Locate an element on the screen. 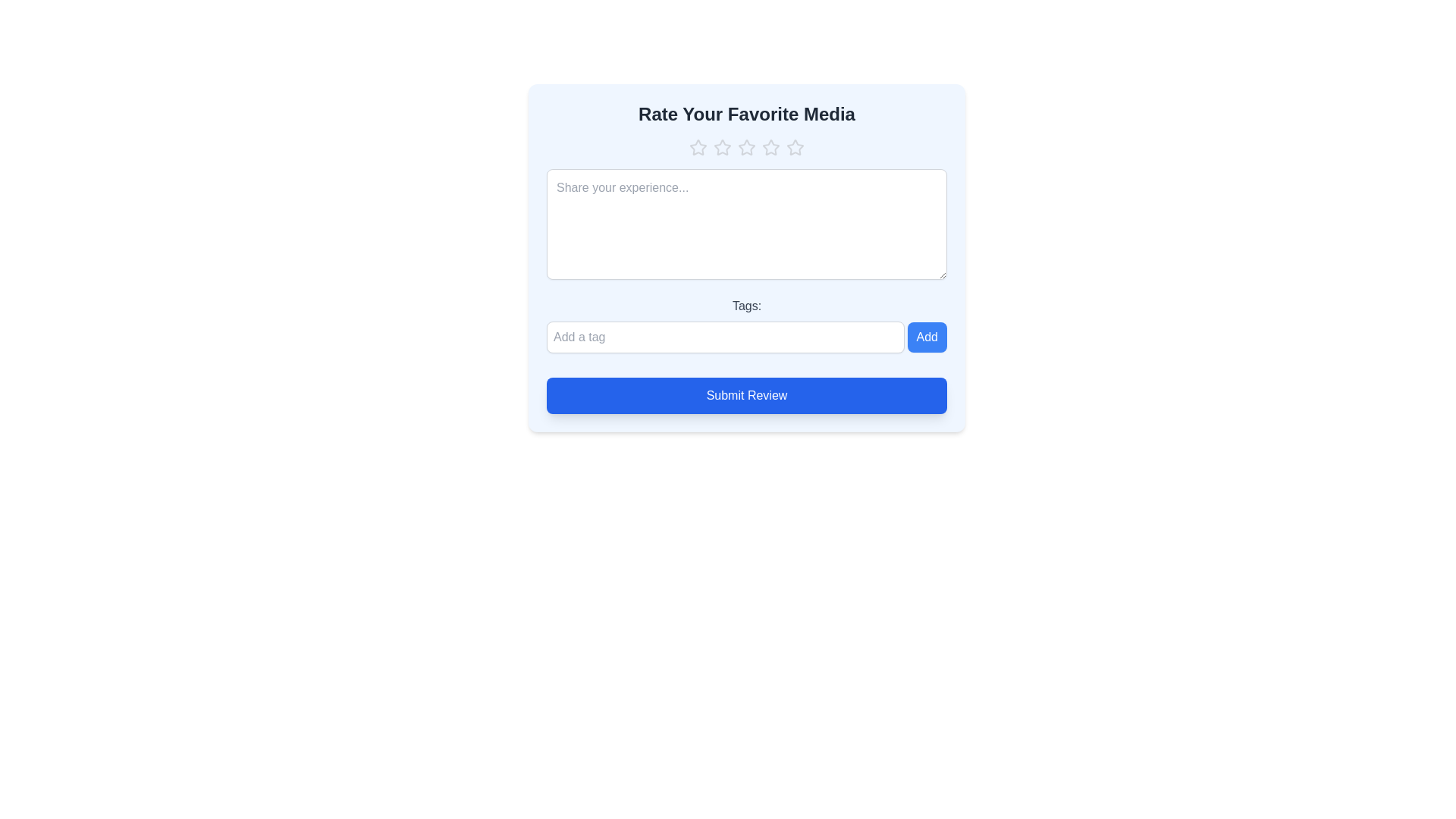  the fifth star icon is located at coordinates (795, 148).